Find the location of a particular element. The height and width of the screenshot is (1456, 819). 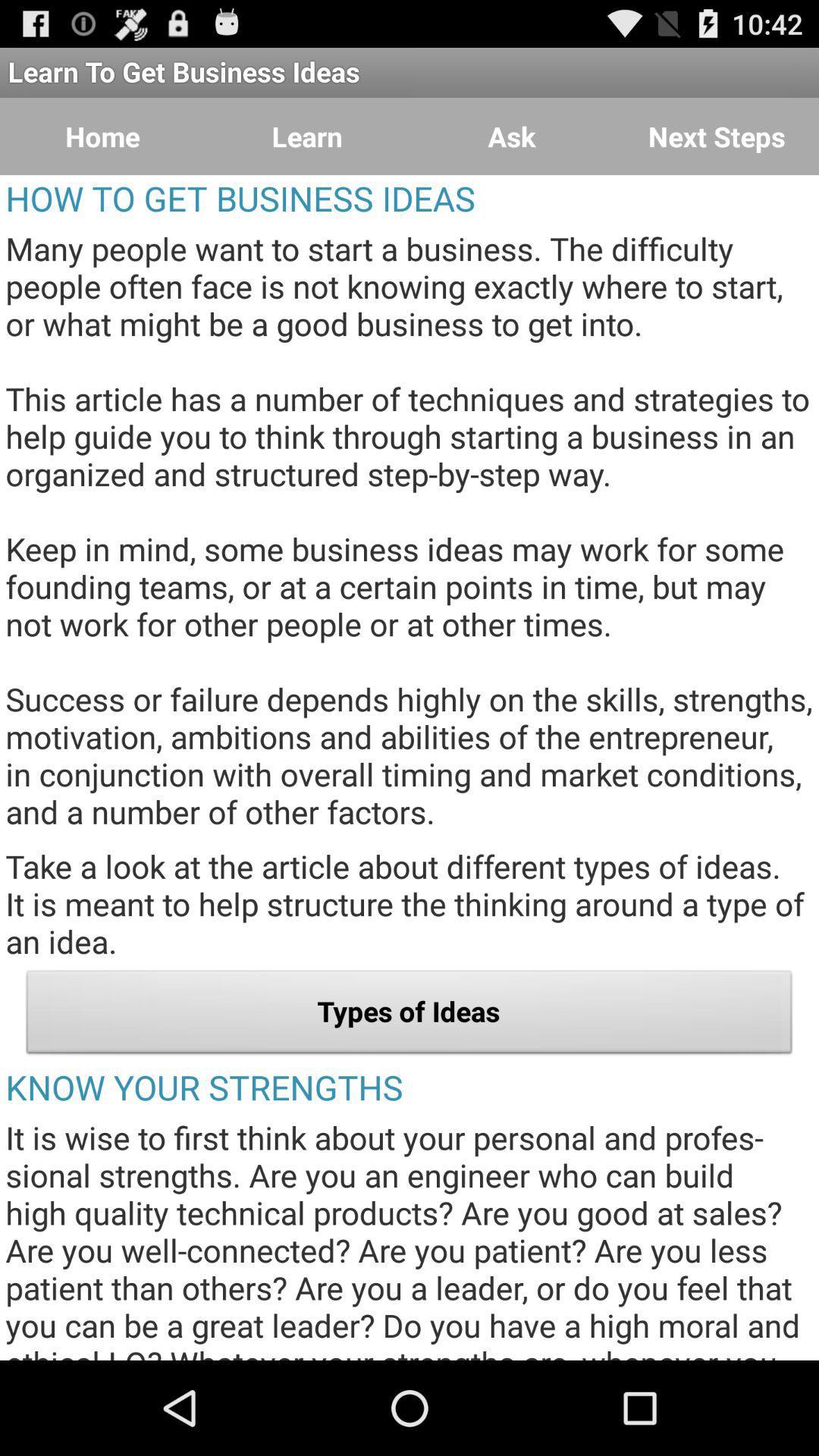

ask button is located at coordinates (512, 136).